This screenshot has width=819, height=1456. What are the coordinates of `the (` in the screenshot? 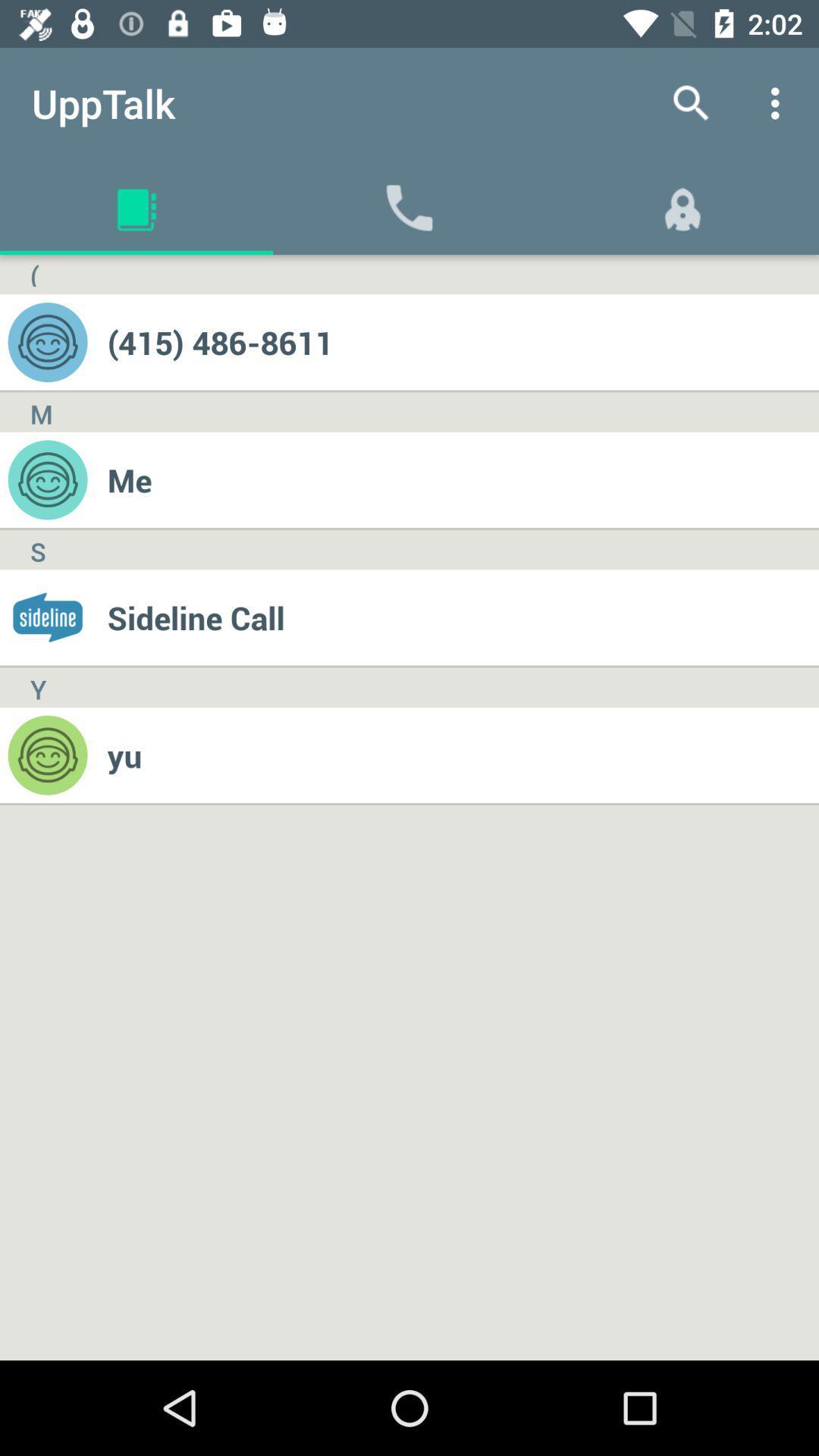 It's located at (34, 275).